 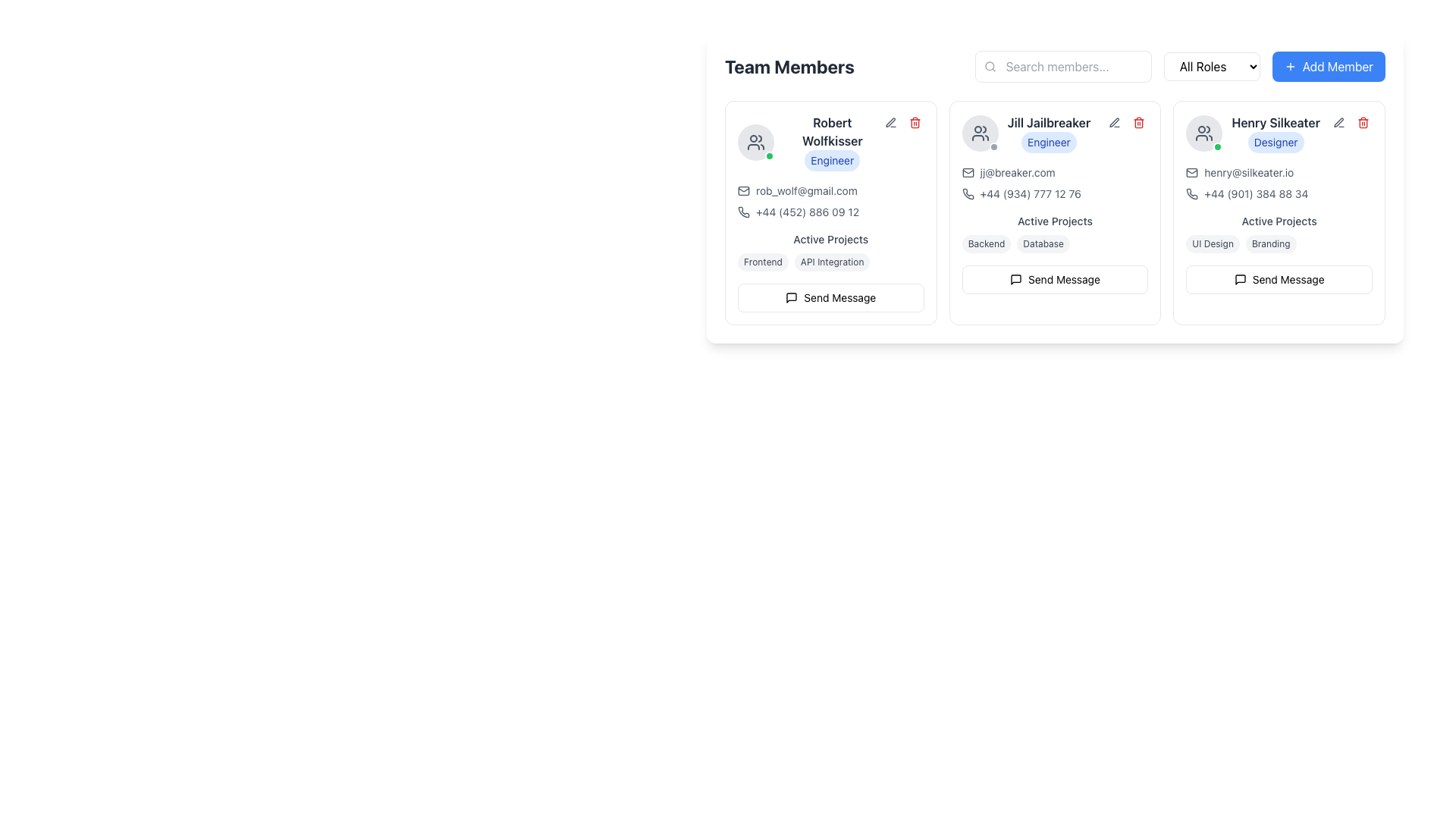 What do you see at coordinates (831, 143) in the screenshot?
I see `the Text Display with Role Badge of the team member, located` at bounding box center [831, 143].